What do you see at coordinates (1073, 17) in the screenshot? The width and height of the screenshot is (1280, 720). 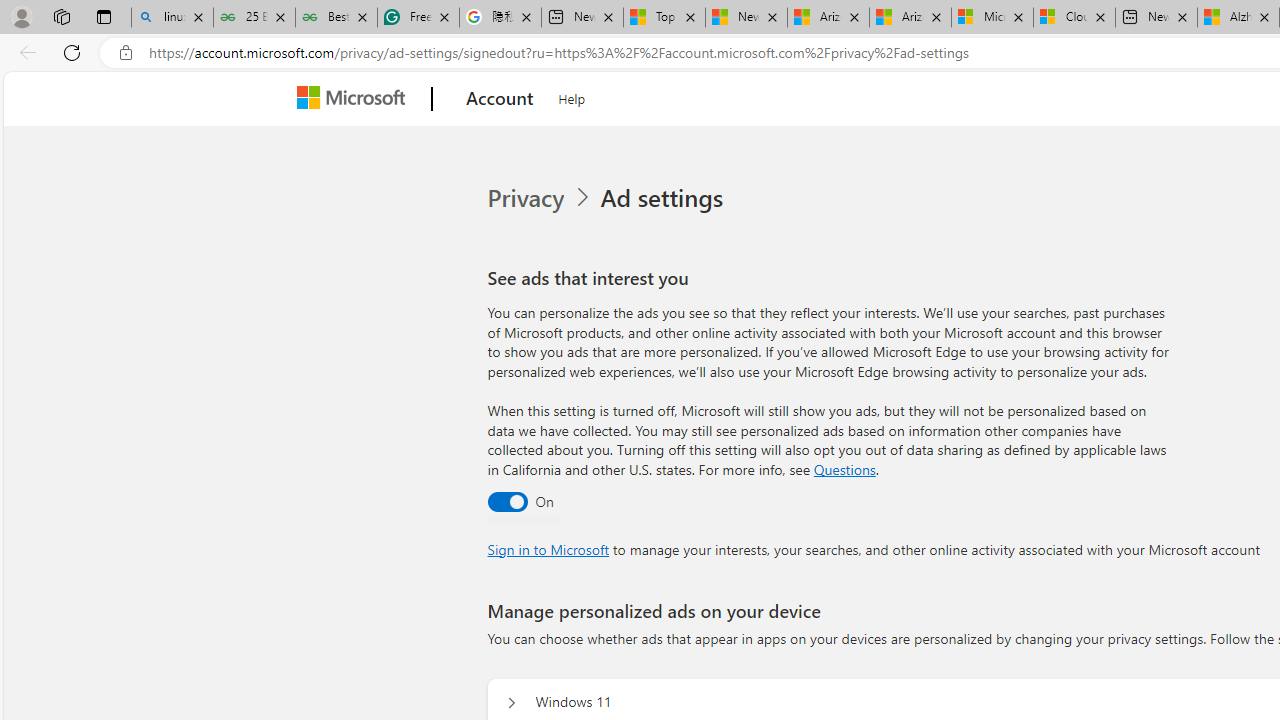 I see `'Cloud Computing Services | Microsoft Azure'` at bounding box center [1073, 17].